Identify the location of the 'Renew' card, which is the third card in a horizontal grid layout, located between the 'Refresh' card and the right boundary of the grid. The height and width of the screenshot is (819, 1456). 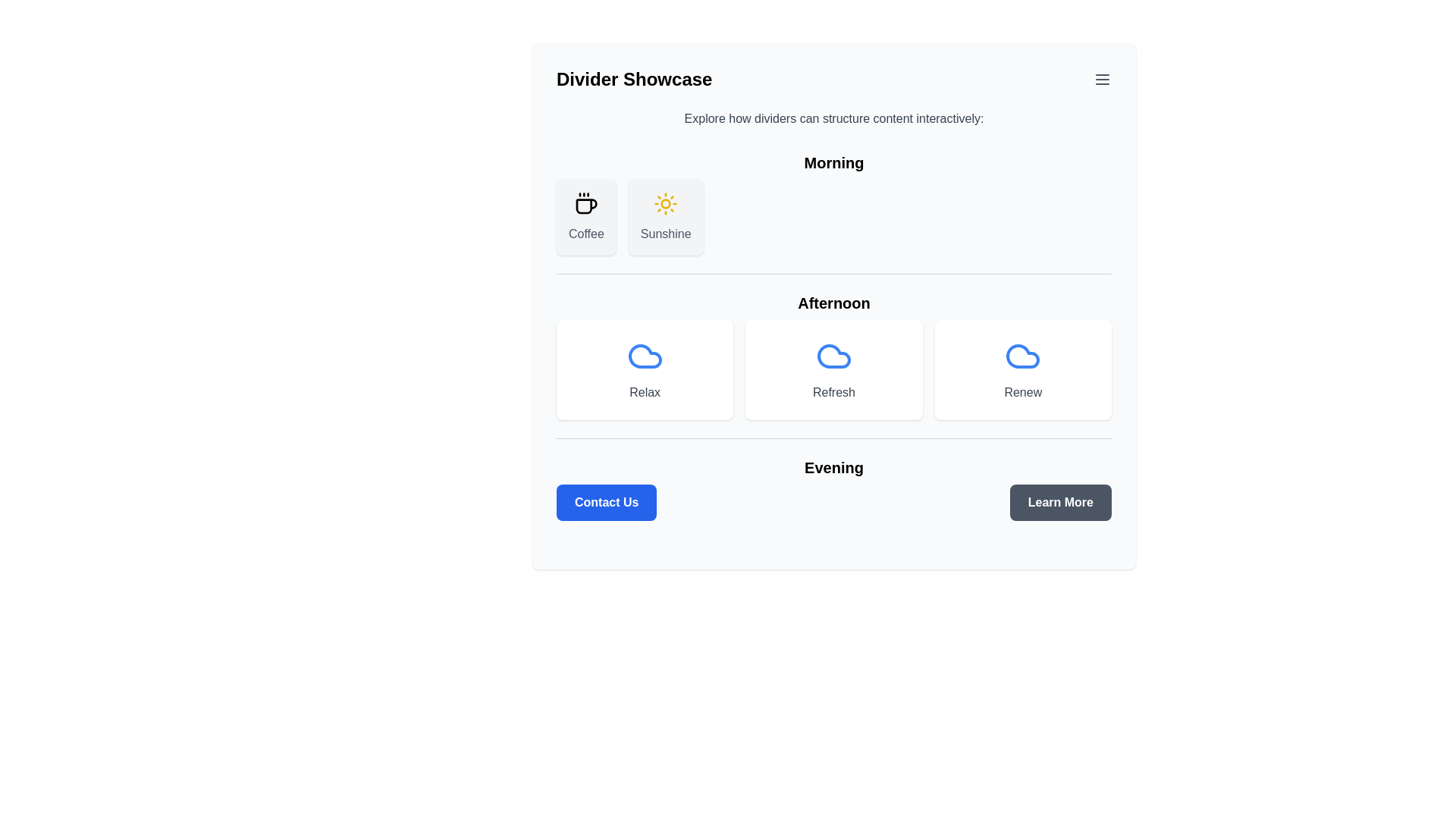
(1023, 370).